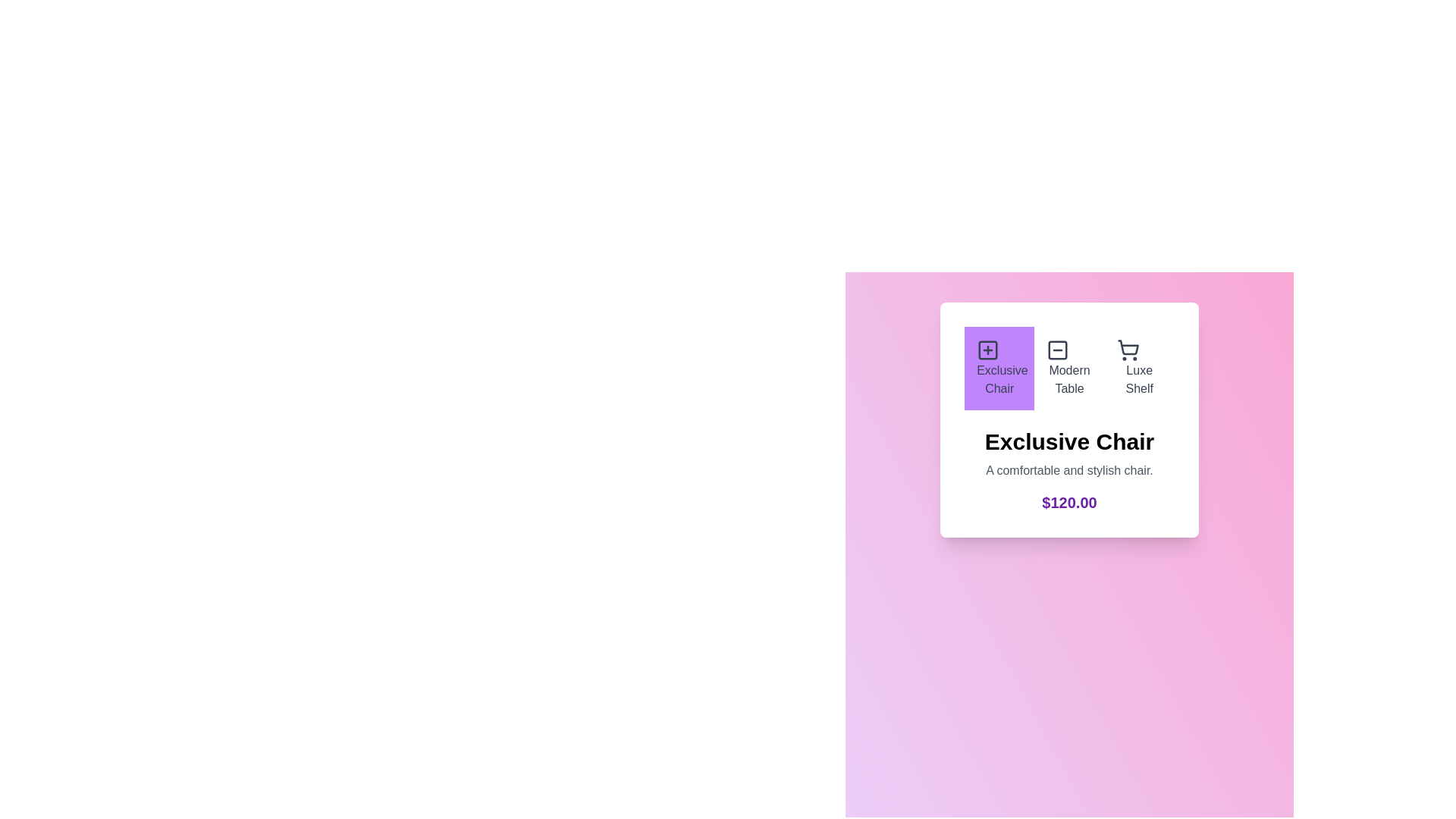  What do you see at coordinates (999, 369) in the screenshot?
I see `the button corresponding to the product Exclusive Chair` at bounding box center [999, 369].